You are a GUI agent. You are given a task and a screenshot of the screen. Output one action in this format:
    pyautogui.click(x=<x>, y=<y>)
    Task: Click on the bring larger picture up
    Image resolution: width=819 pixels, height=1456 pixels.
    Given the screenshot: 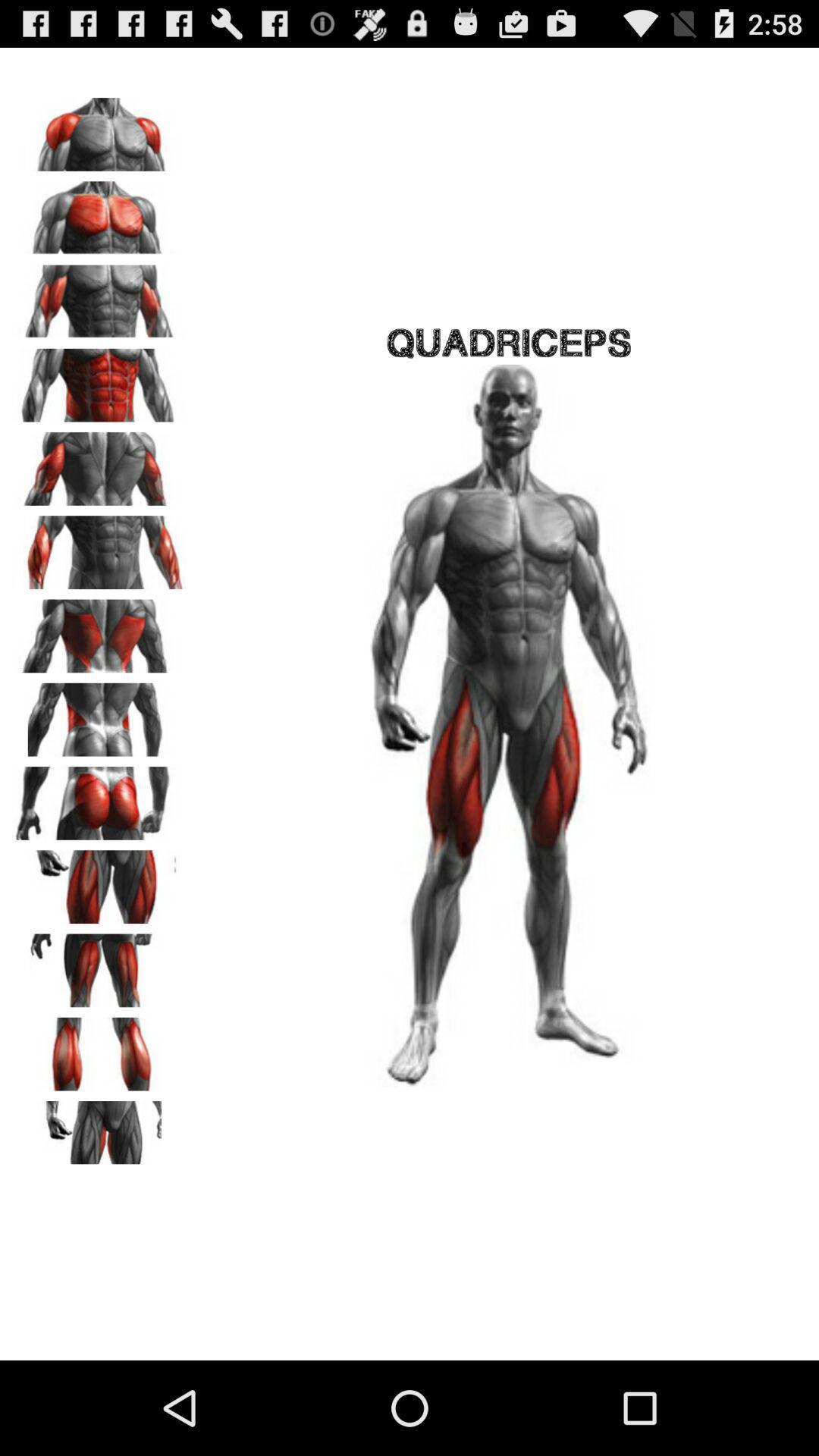 What is the action you would take?
    pyautogui.click(x=99, y=881)
    